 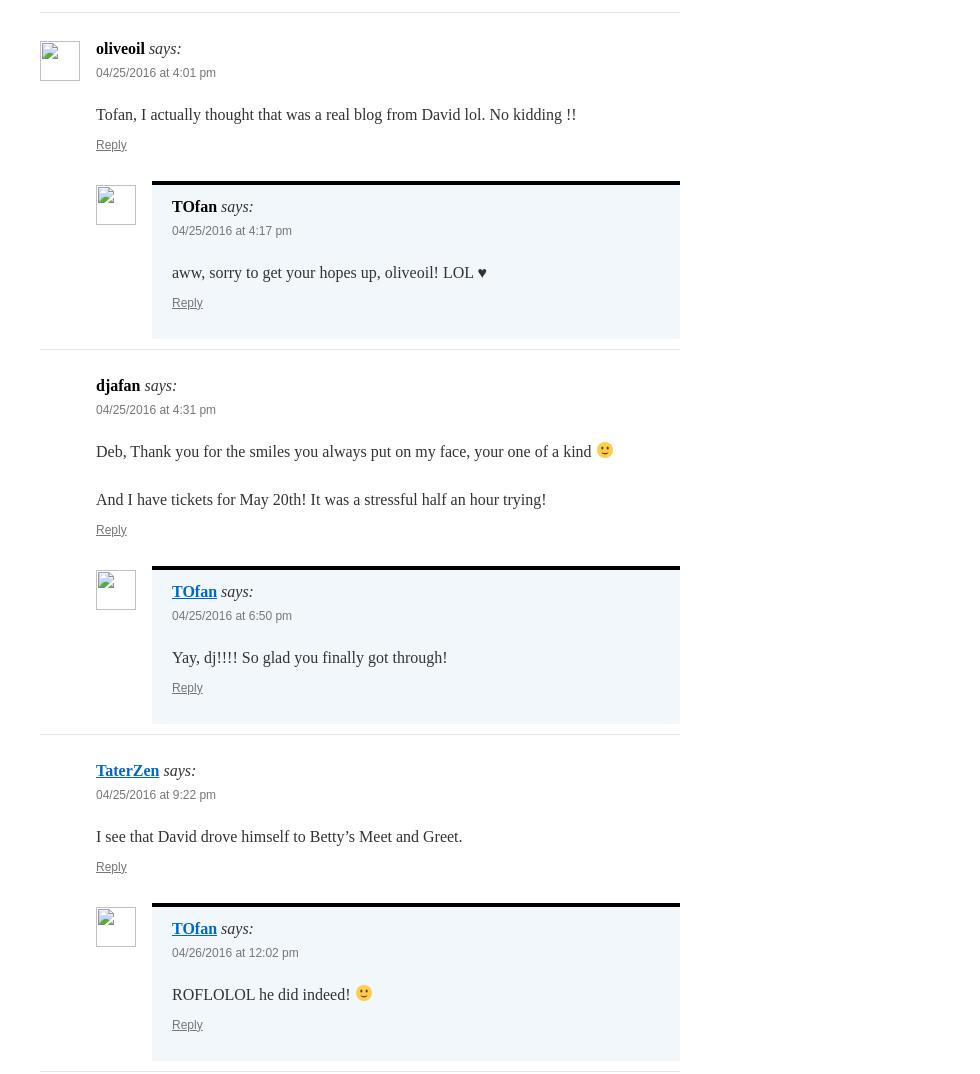 I want to click on '04/26/2016 at 12:02 pm', so click(x=235, y=951).